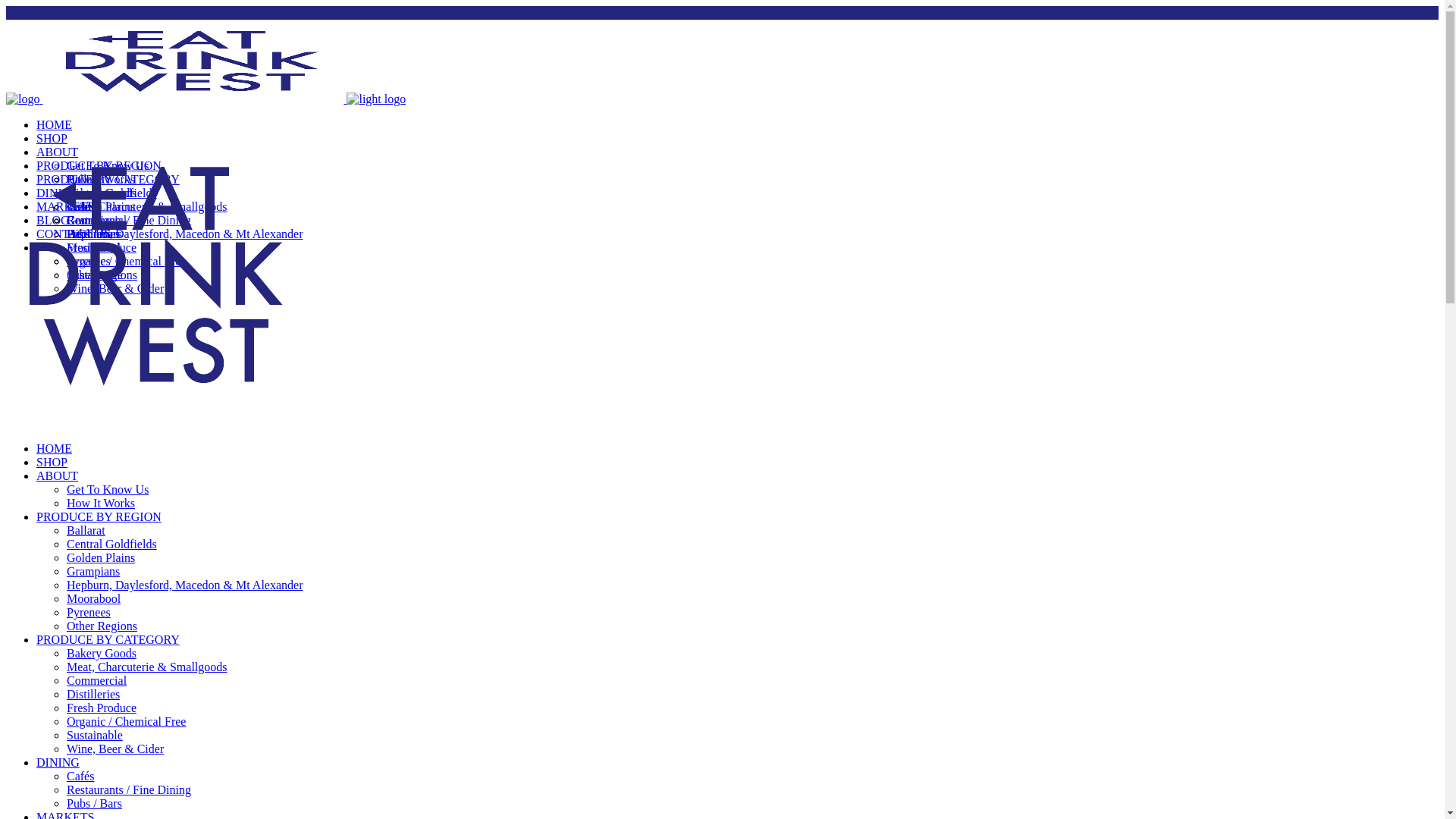 The image size is (1456, 819). I want to click on 'Pyrenees', so click(87, 611).